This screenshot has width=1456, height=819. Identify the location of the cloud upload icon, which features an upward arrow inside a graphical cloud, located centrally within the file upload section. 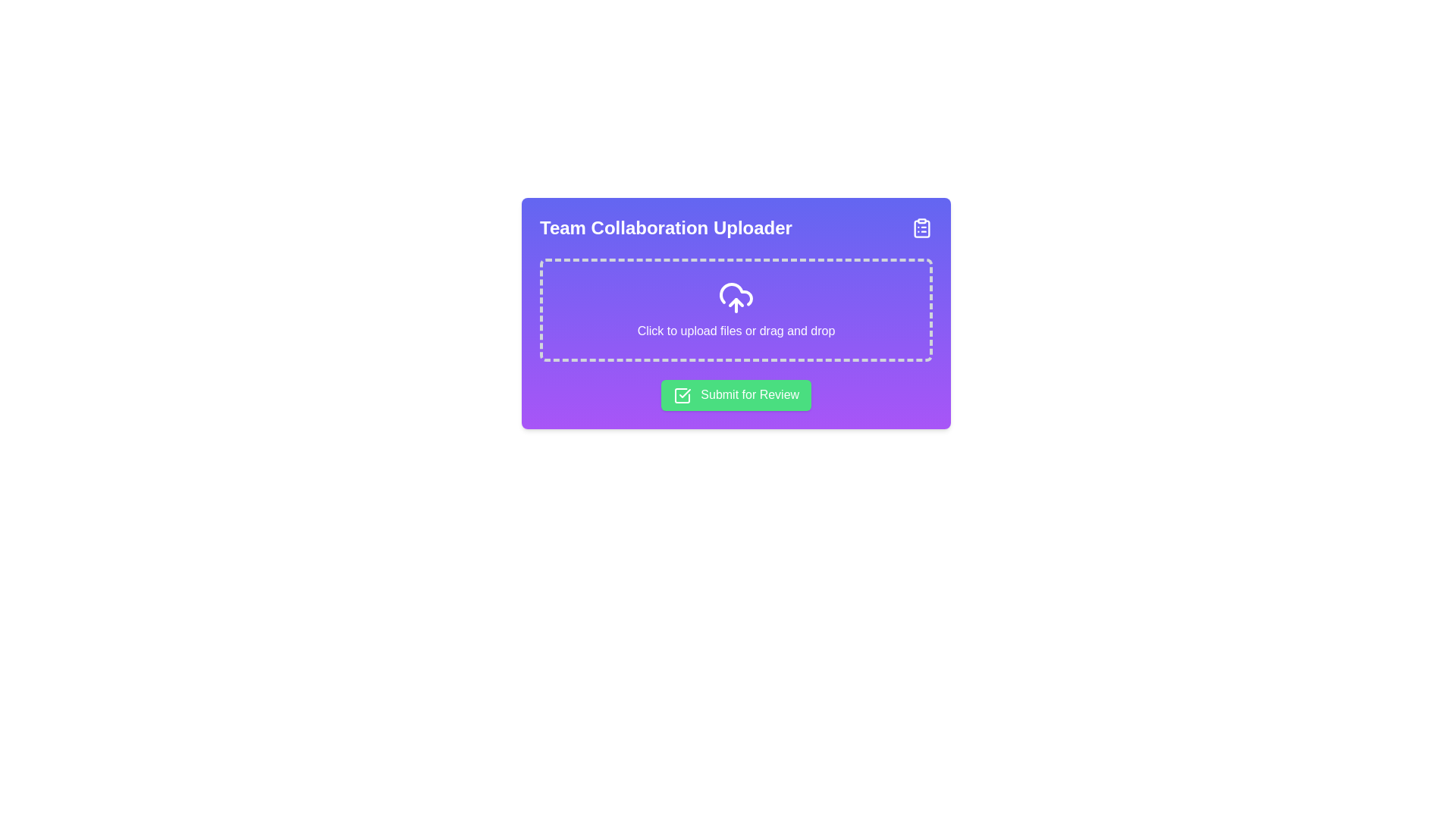
(736, 302).